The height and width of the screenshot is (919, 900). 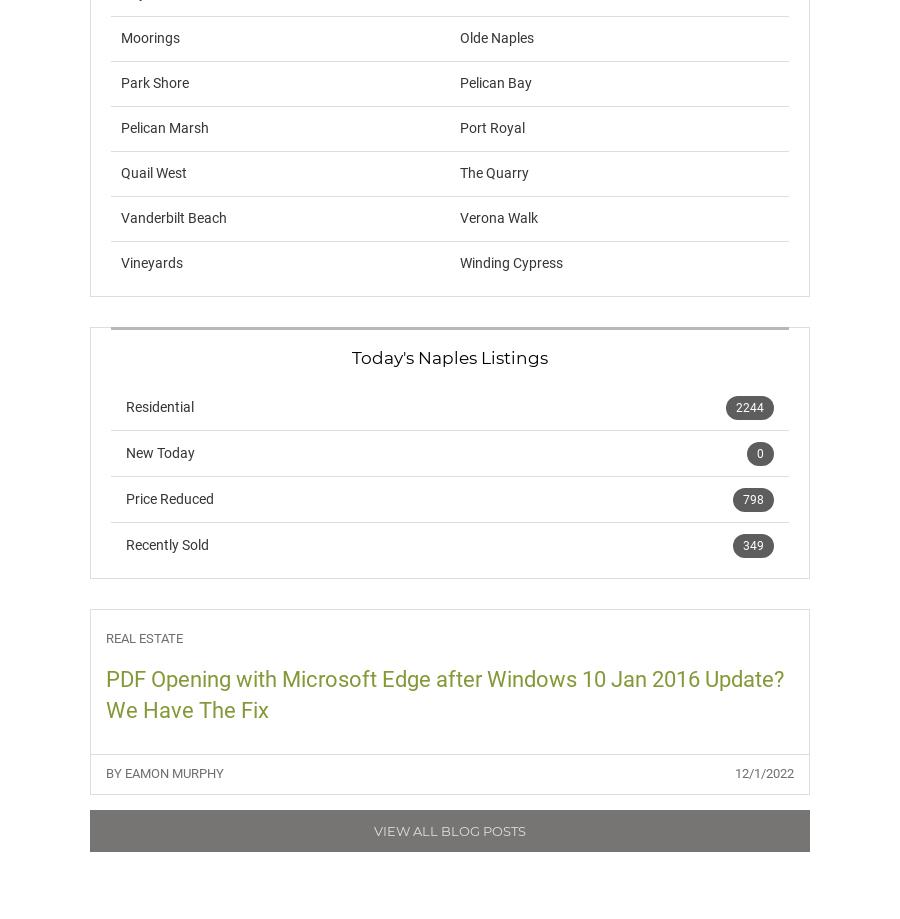 What do you see at coordinates (164, 127) in the screenshot?
I see `'Pelican Marsh'` at bounding box center [164, 127].